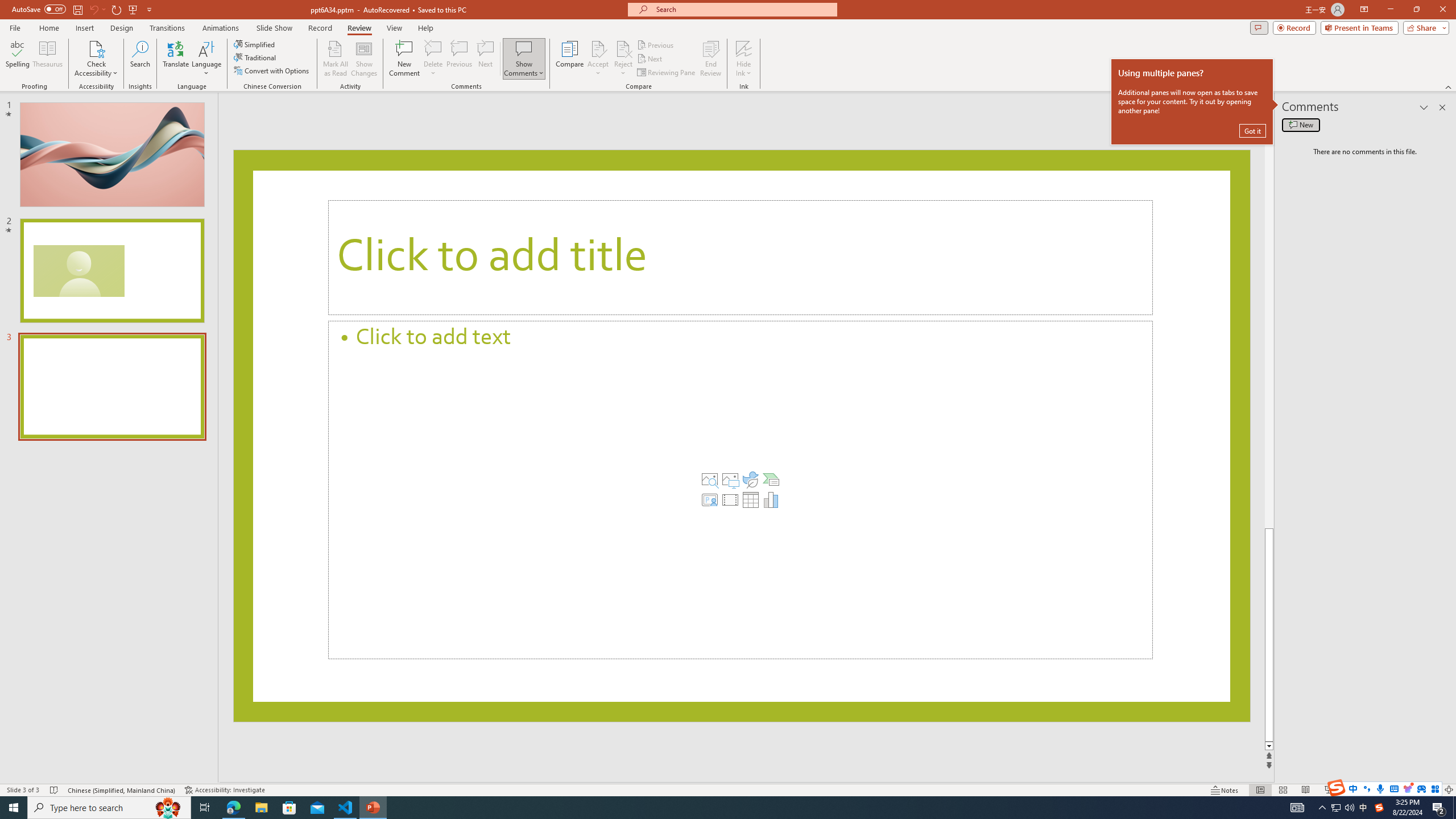 The image size is (1456, 819). Describe the element at coordinates (666, 72) in the screenshot. I see `'Reviewing Pane'` at that location.